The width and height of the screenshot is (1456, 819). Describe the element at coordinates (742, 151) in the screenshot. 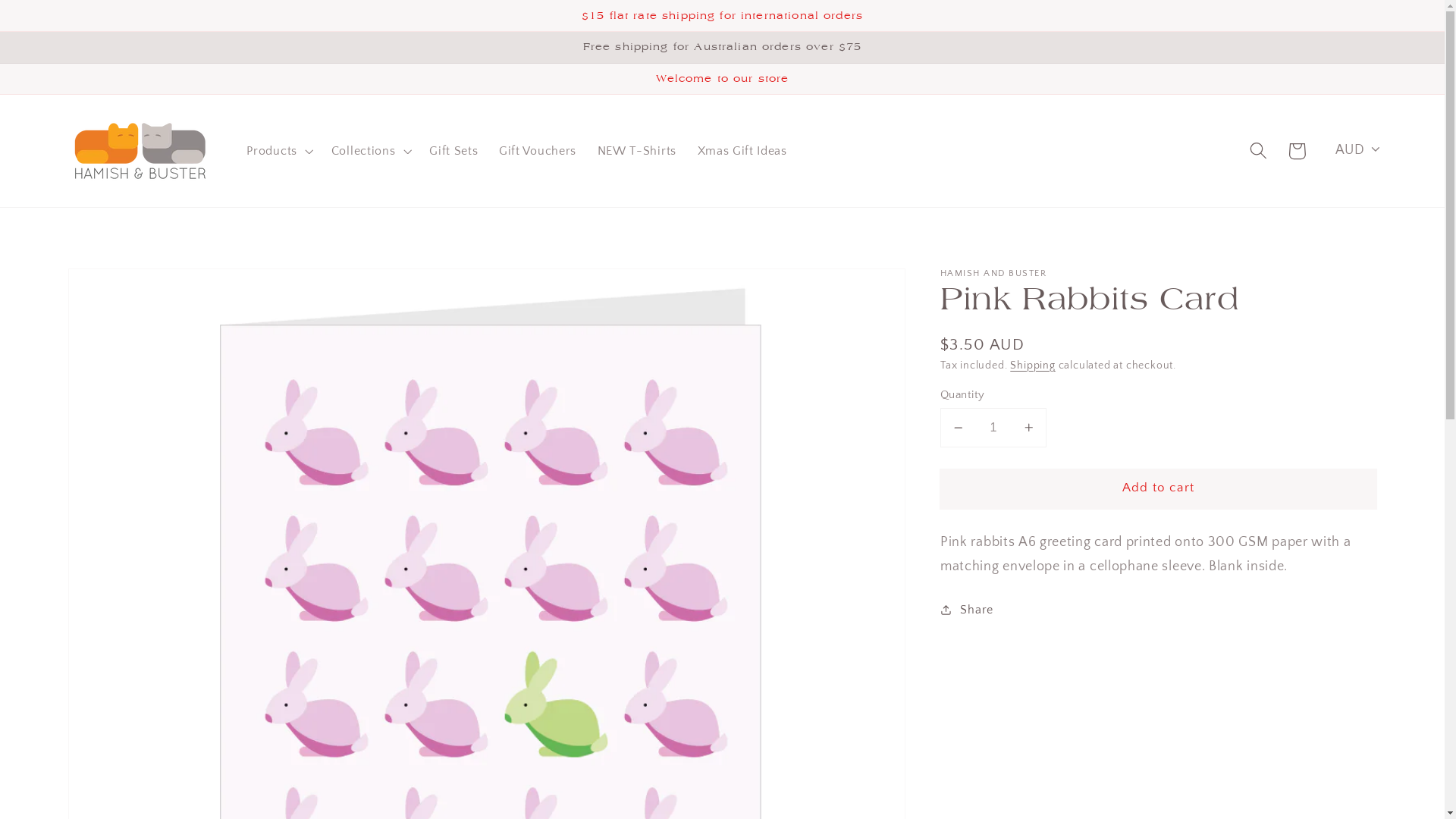

I see `'Xmas Gift Ideas'` at that location.